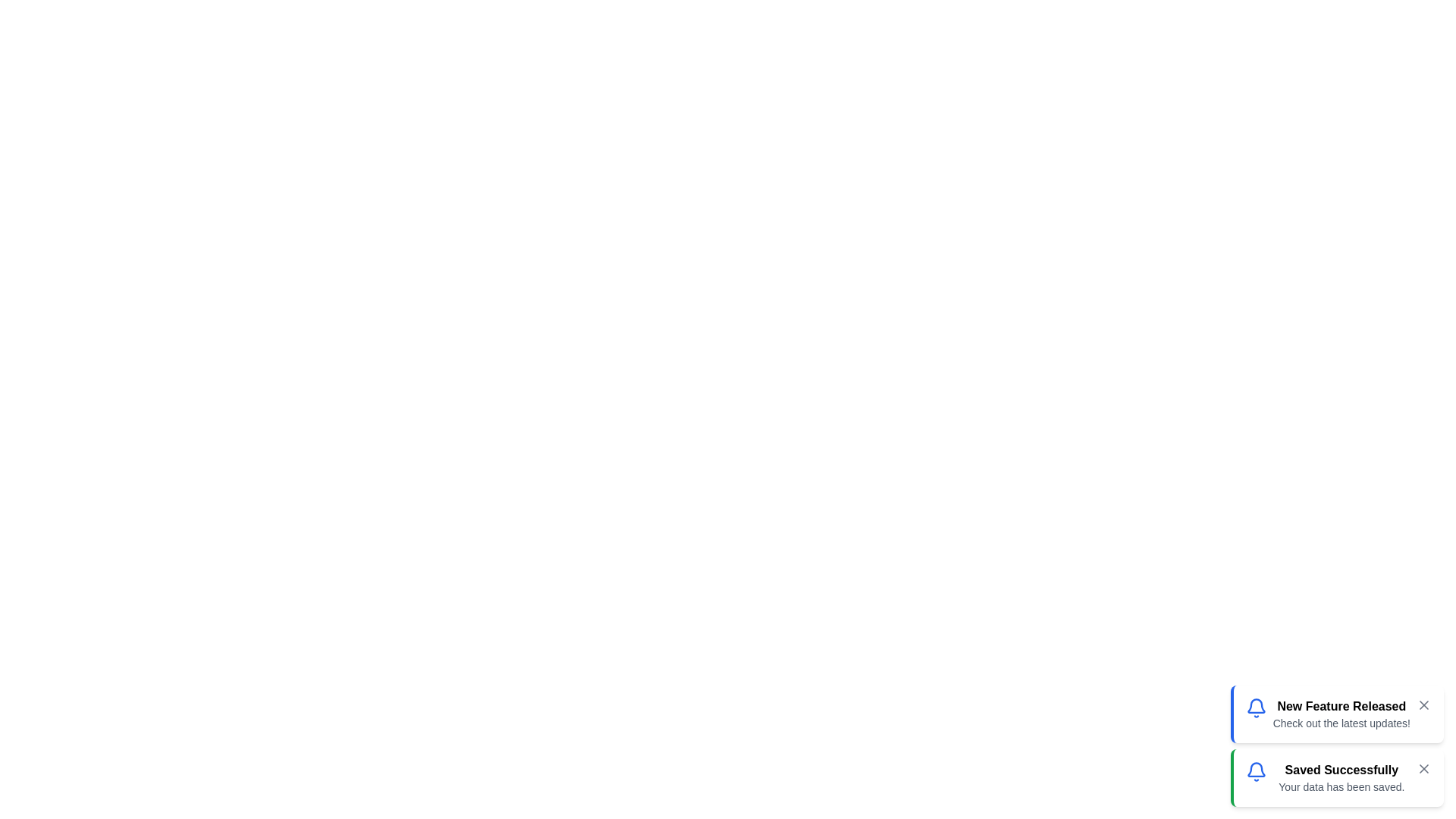  What do you see at coordinates (1341, 722) in the screenshot?
I see `the non-interactive text label that provides additional information below the header 'New Feature Released' in the notification box` at bounding box center [1341, 722].